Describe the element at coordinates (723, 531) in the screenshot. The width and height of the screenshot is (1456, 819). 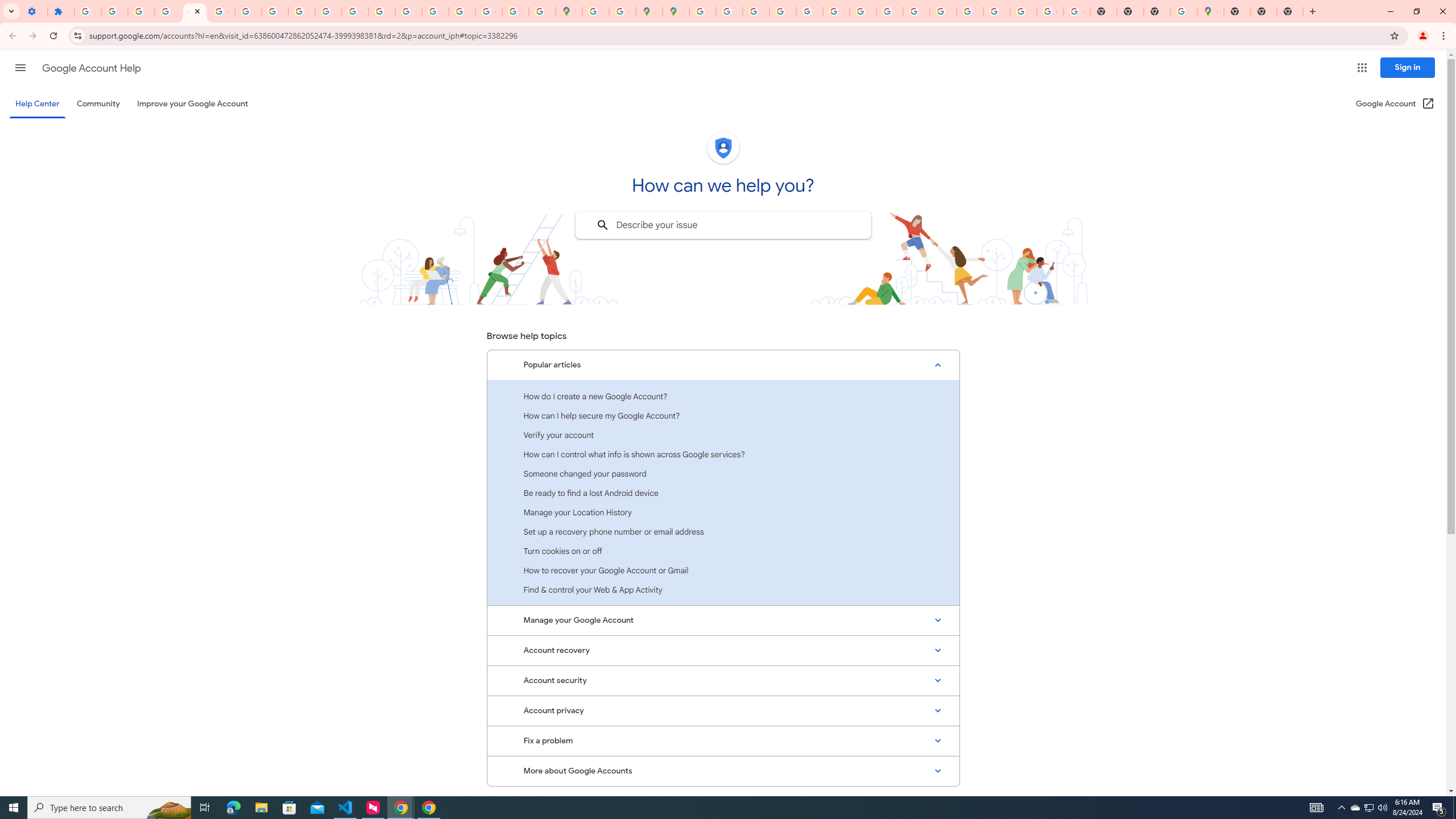
I see `'Set up a recovery phone number or email address'` at that location.